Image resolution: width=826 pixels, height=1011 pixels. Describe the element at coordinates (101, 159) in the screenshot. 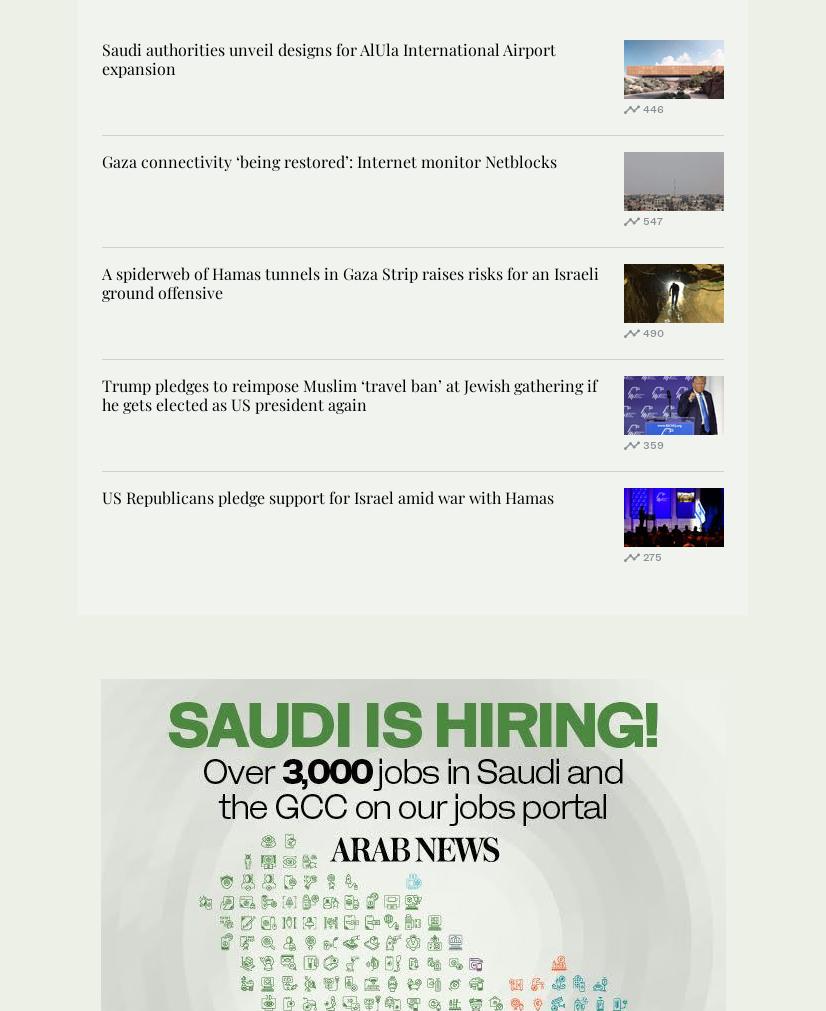

I see `'Gaza connectivity ‘being restored’: Internet monitor Netblocks'` at that location.